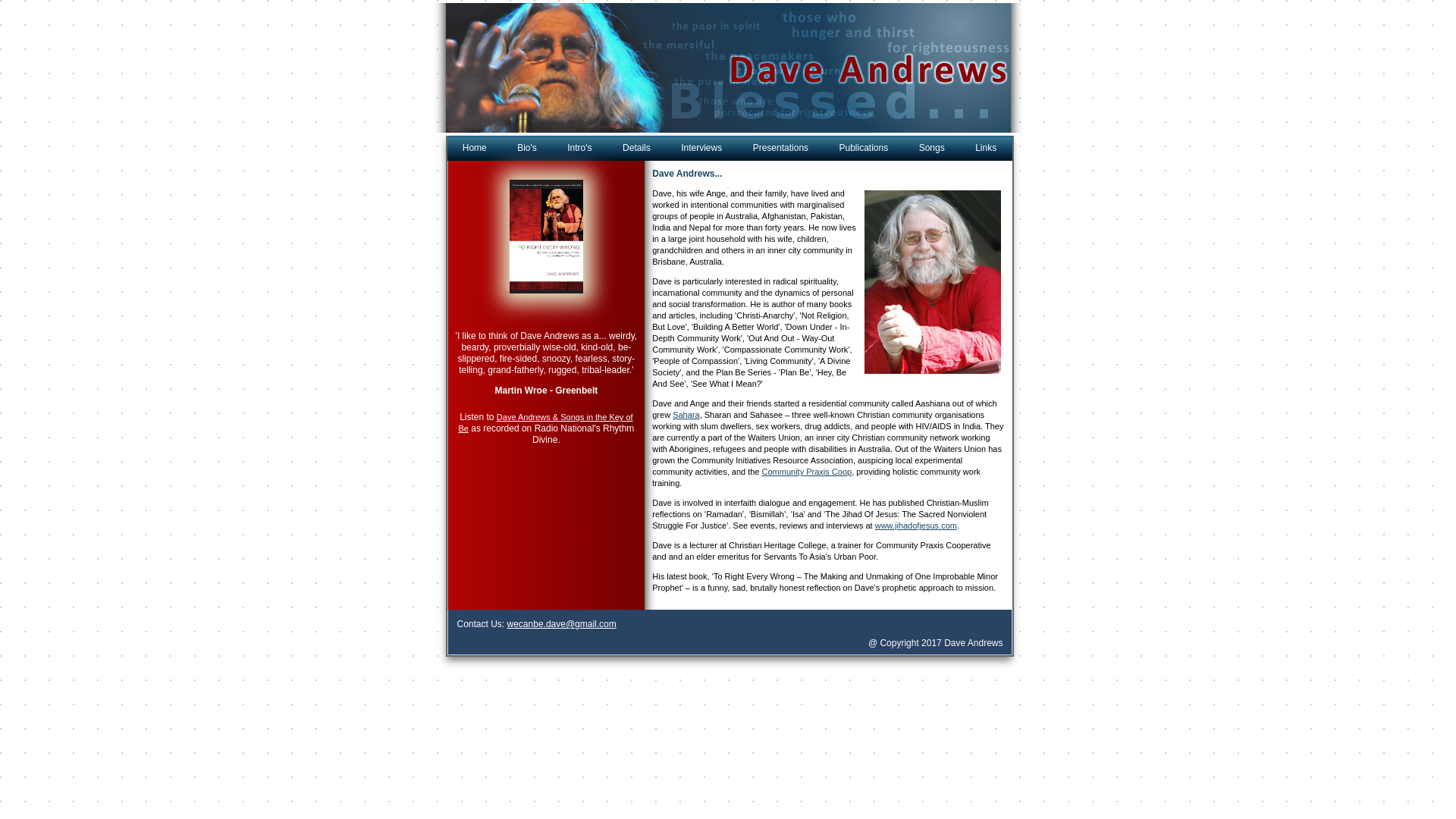 This screenshot has height=819, width=1456. Describe the element at coordinates (701, 148) in the screenshot. I see `'Interviews'` at that location.